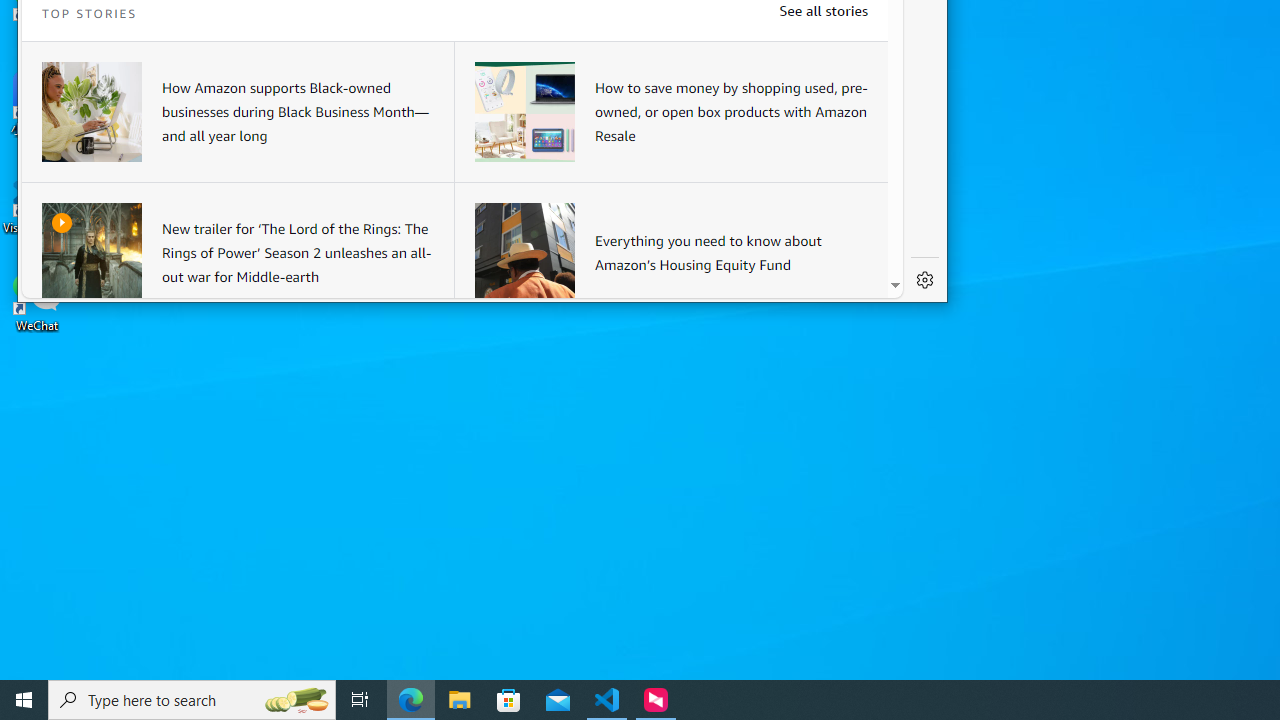 The height and width of the screenshot is (720, 1280). What do you see at coordinates (606, 698) in the screenshot?
I see `'Visual Studio Code - 1 running window'` at bounding box center [606, 698].